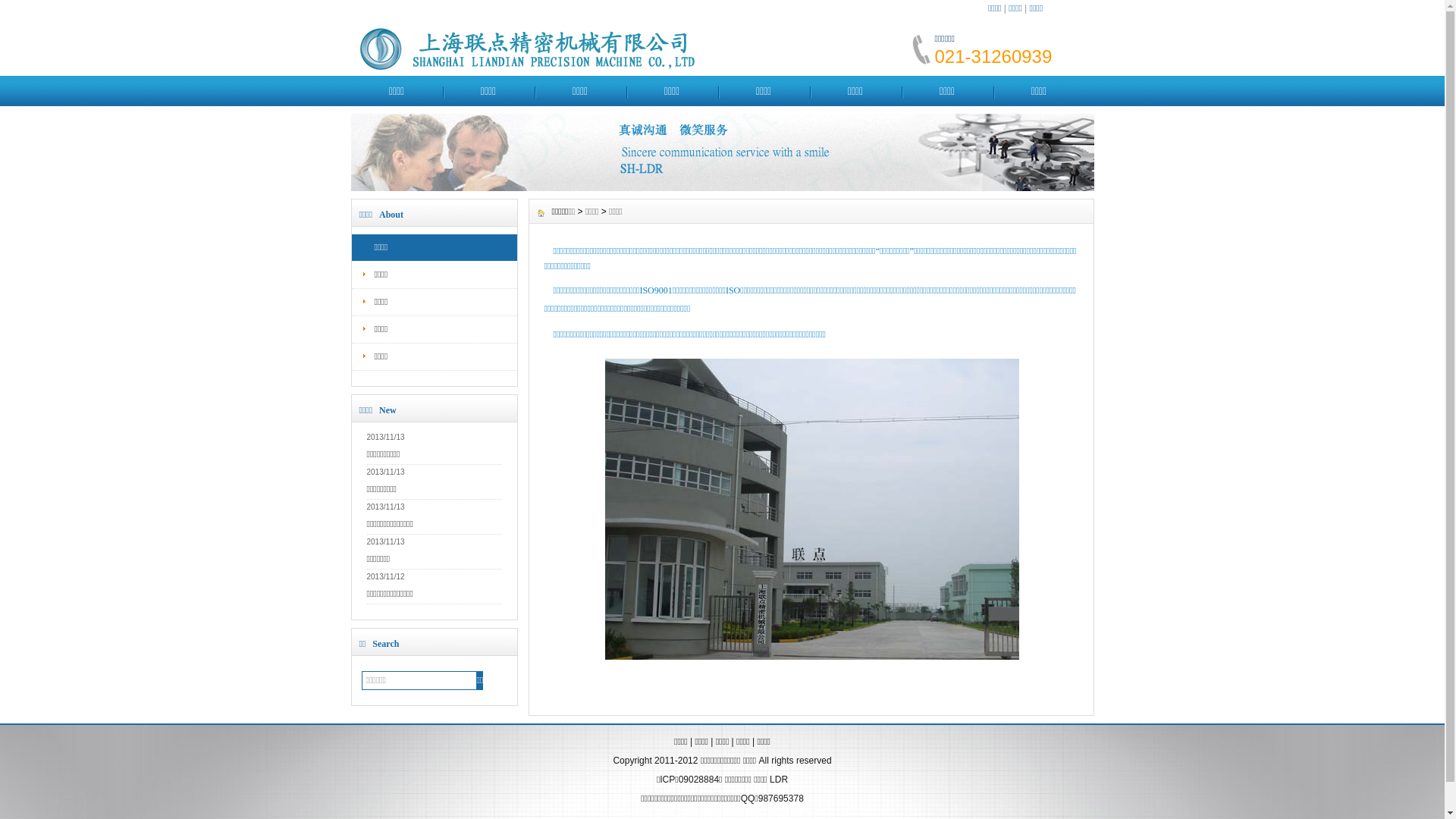 Image resolution: width=1456 pixels, height=819 pixels. Describe the element at coordinates (779, 780) in the screenshot. I see `'LDR'` at that location.